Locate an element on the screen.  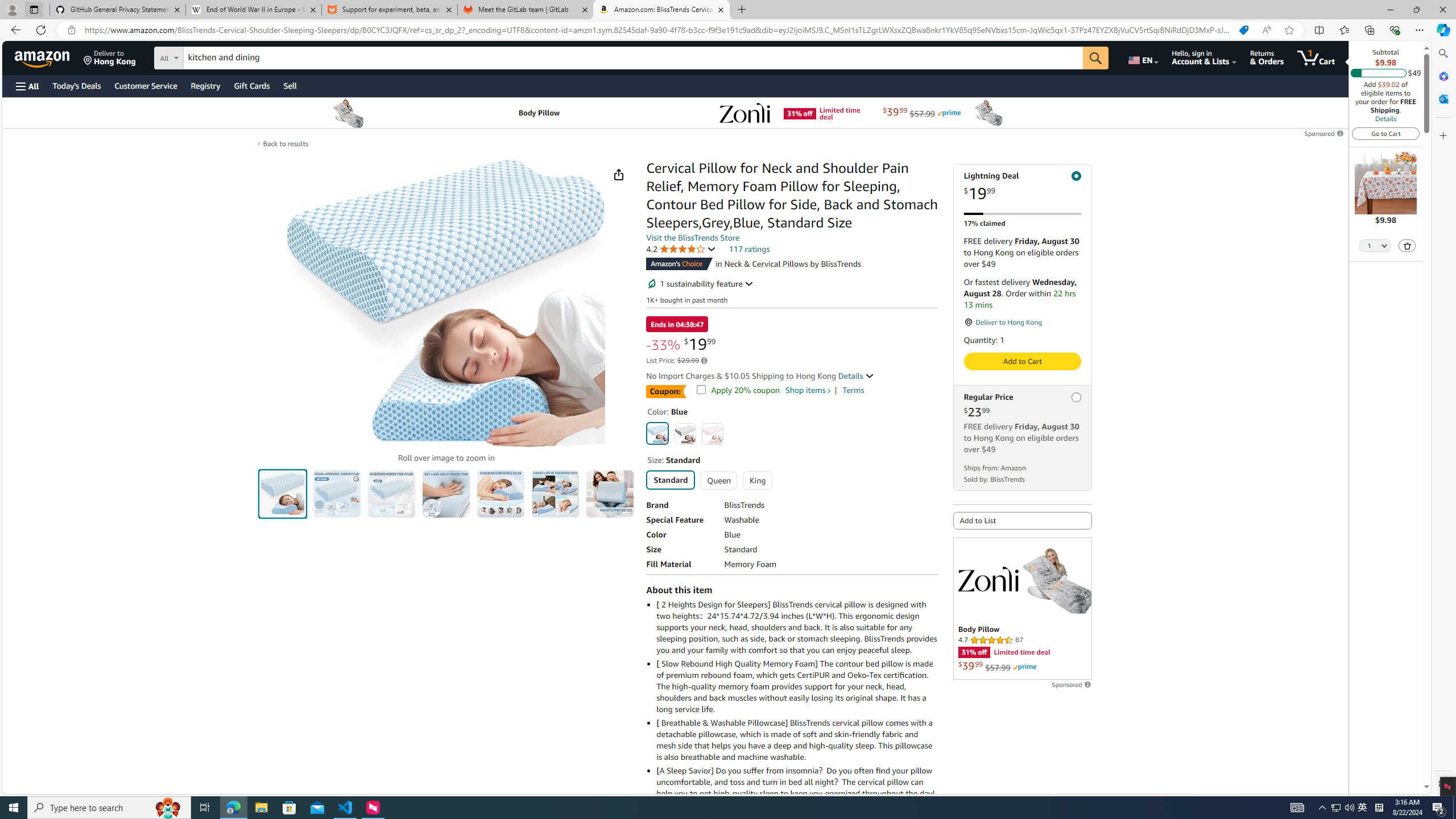
'Terms' is located at coordinates (853, 390).